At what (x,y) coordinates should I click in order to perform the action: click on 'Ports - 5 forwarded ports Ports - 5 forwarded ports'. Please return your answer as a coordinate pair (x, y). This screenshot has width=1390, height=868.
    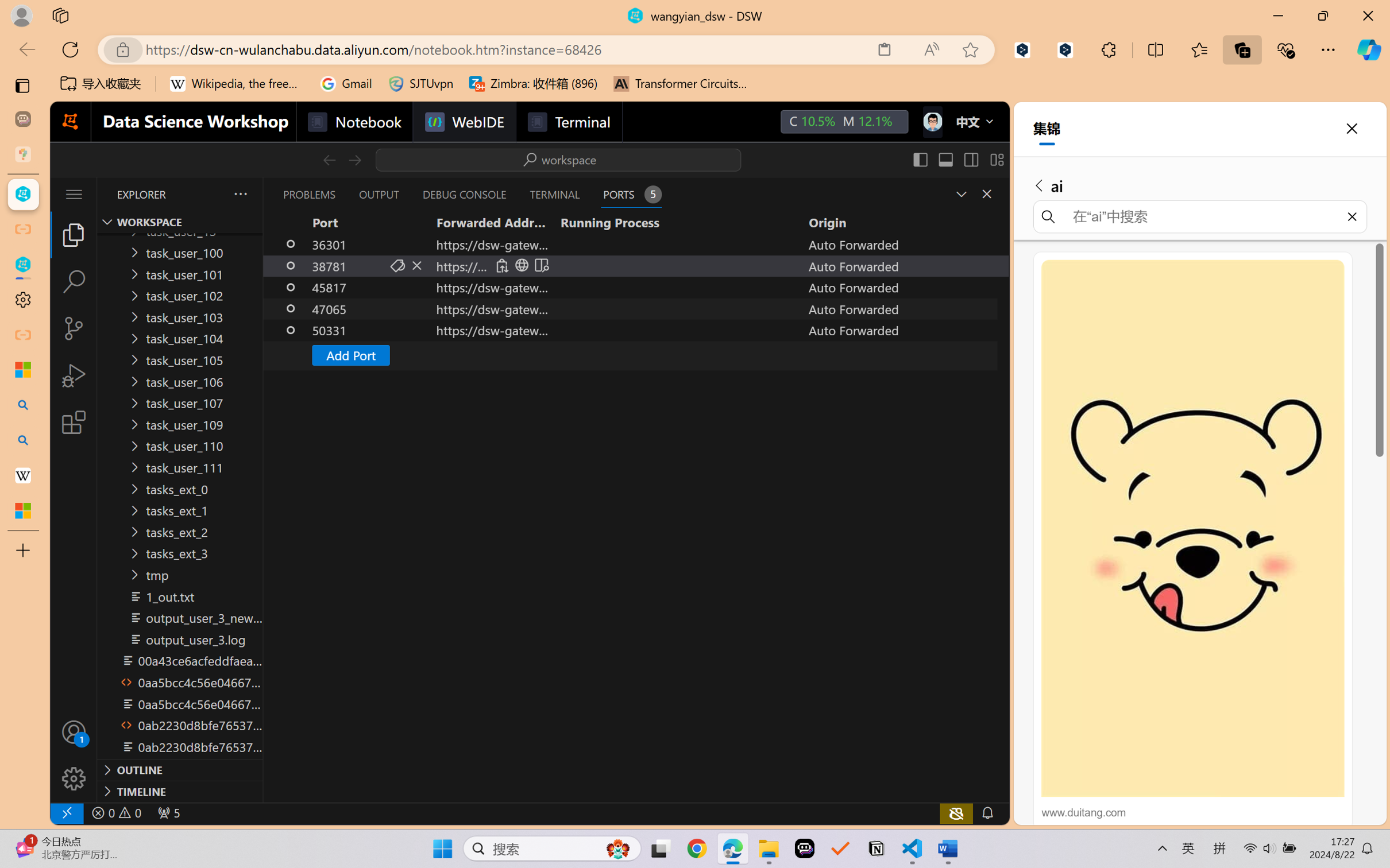
    Looking at the image, I should click on (631, 193).